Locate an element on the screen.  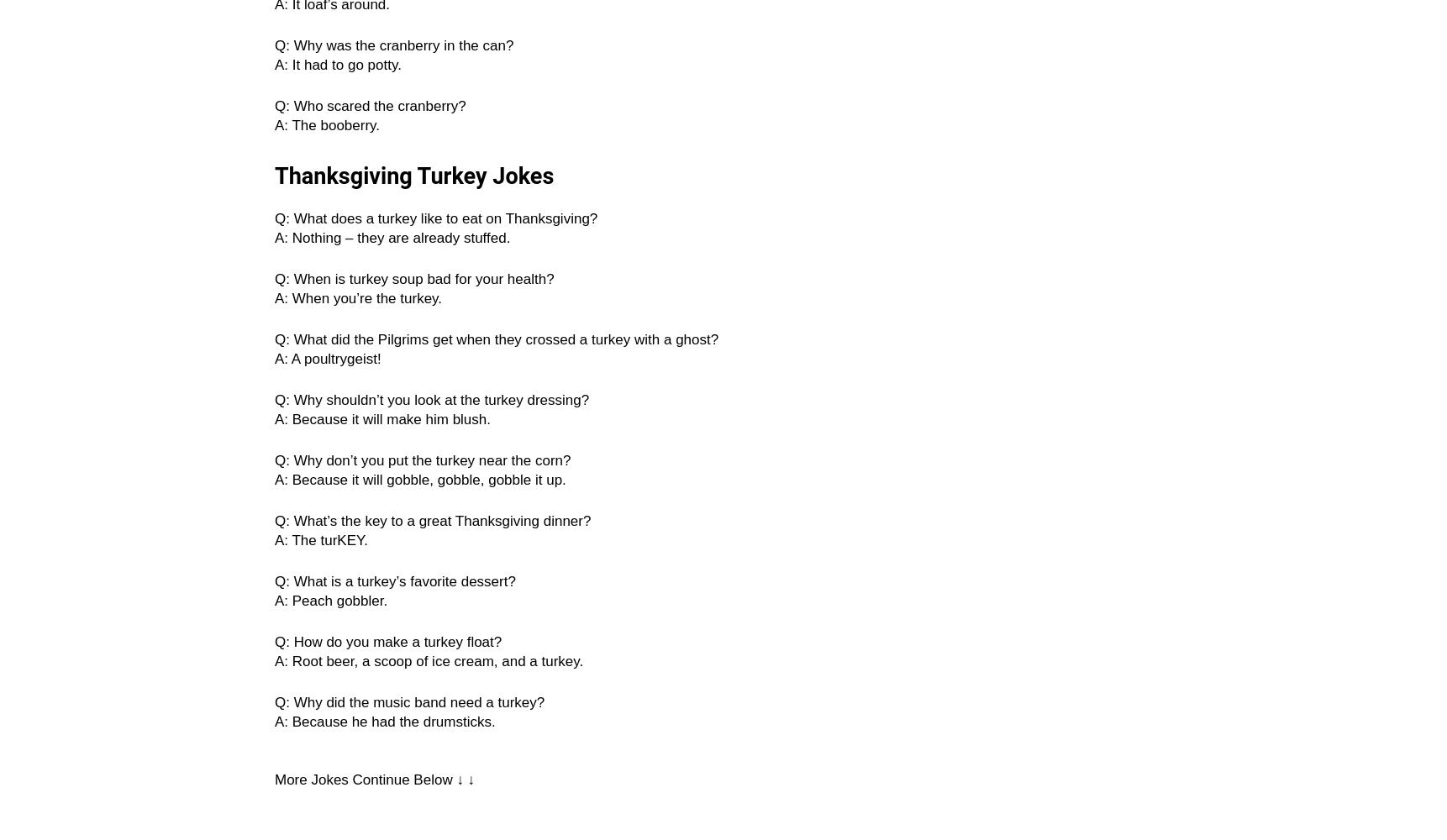
'Q: Why was the cranberry in the can?' is located at coordinates (393, 45).